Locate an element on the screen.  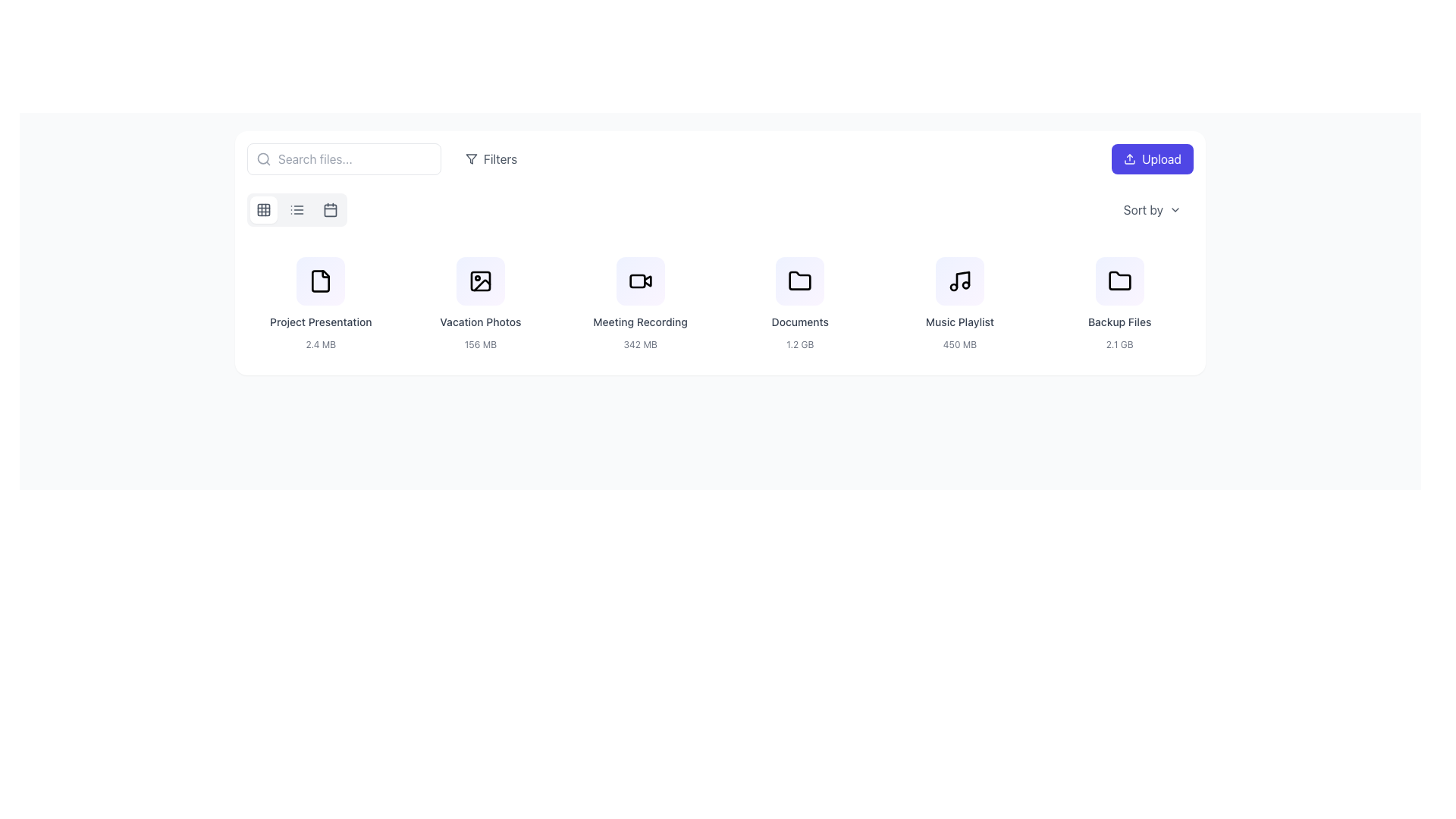
the calendar icon, which is a square button with rounded corners located in the toolbar section near the top left of the interface, being the third icon in a sequence of buttons is located at coordinates (330, 210).